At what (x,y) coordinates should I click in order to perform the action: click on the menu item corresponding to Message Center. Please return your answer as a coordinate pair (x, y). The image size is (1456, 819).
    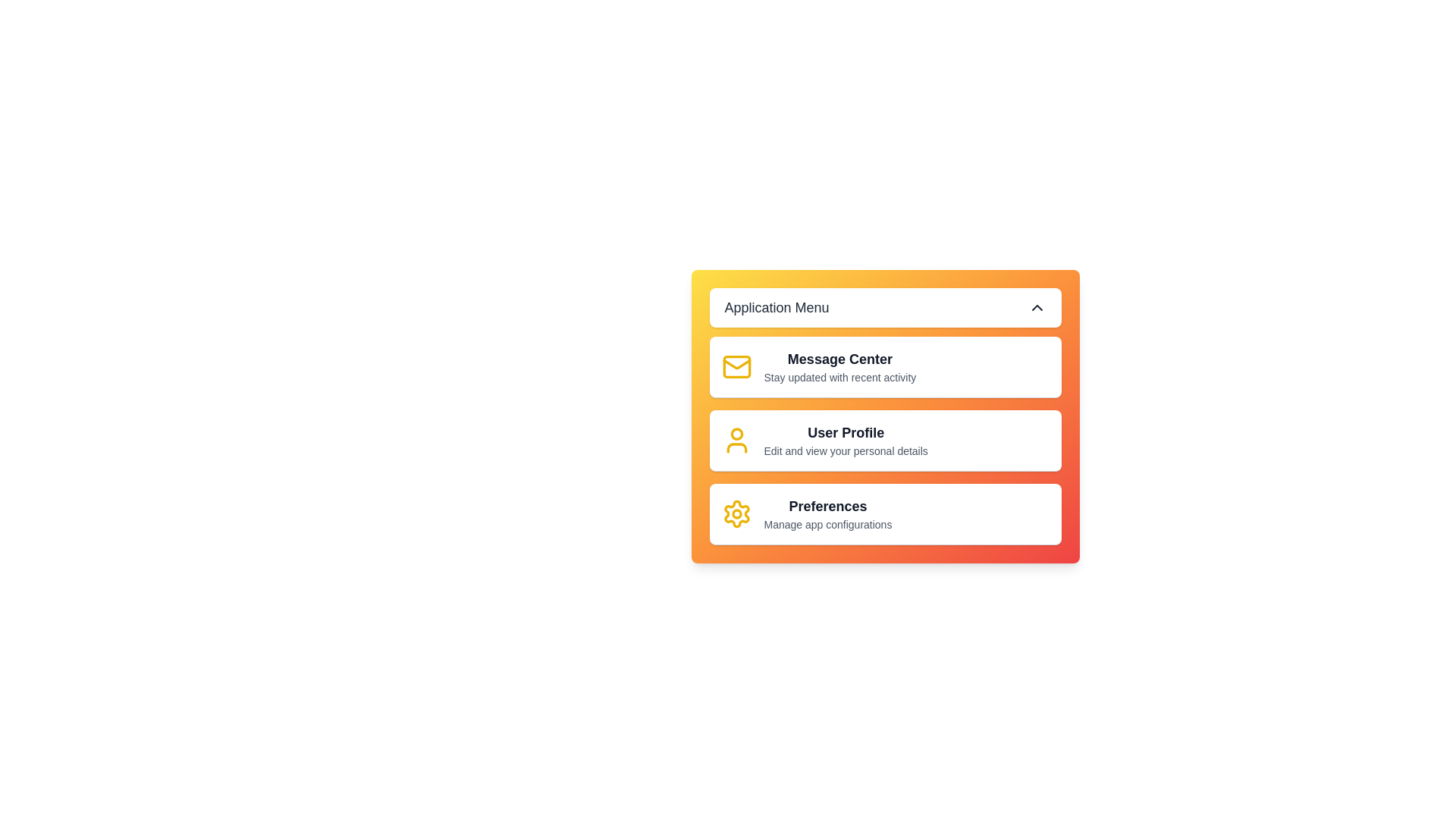
    Looking at the image, I should click on (885, 367).